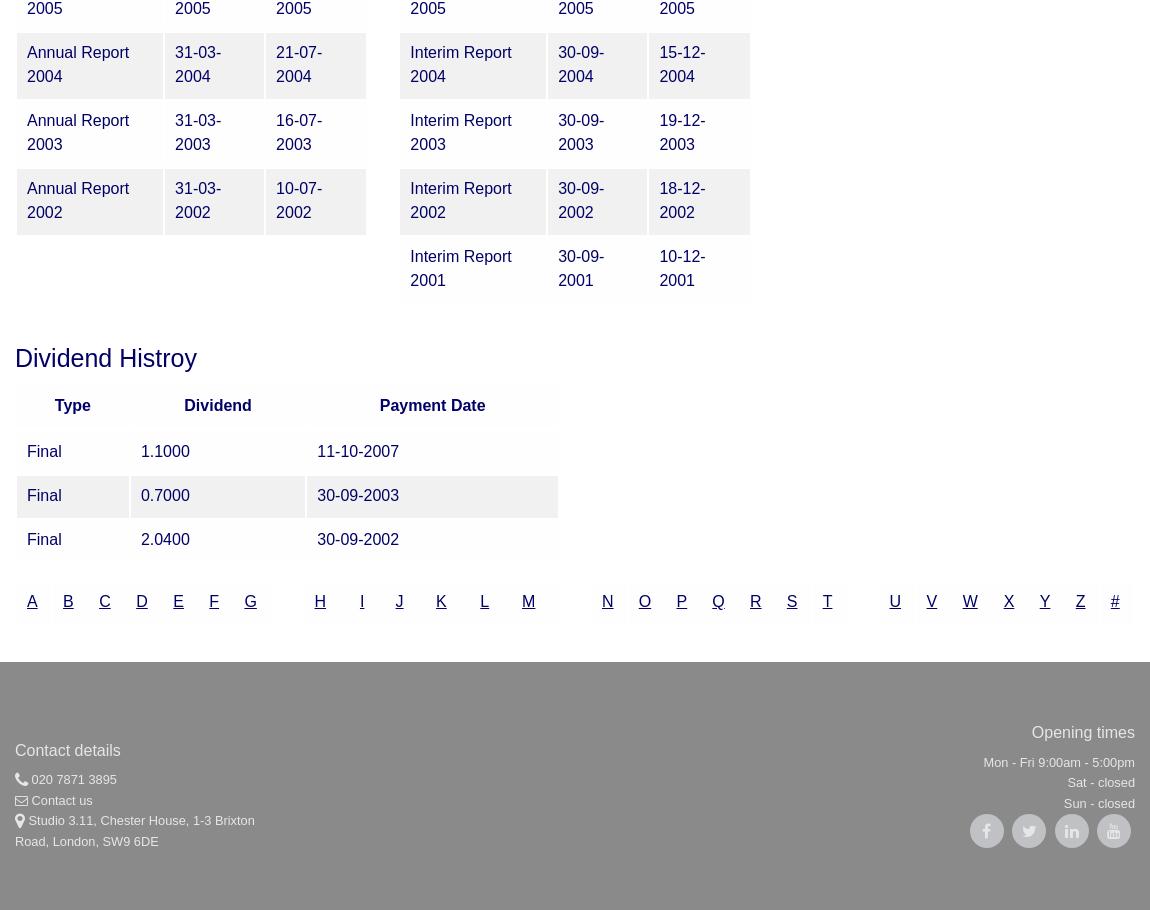 The image size is (1150, 910). Describe the element at coordinates (432, 404) in the screenshot. I see `'Payment Date'` at that location.